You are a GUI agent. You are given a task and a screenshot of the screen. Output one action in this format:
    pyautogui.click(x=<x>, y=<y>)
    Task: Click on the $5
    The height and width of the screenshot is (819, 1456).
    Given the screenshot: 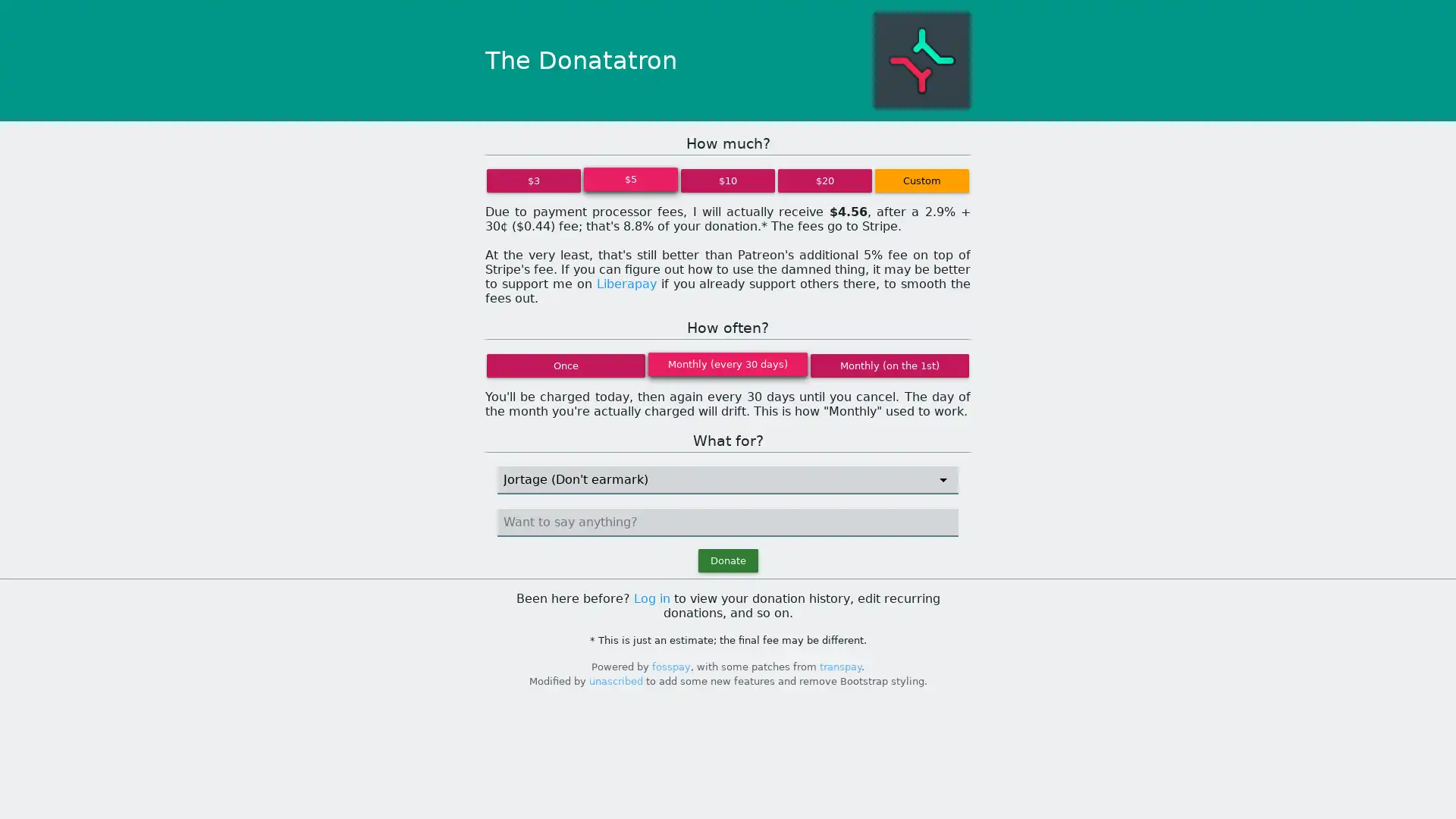 What is the action you would take?
    pyautogui.click(x=630, y=178)
    